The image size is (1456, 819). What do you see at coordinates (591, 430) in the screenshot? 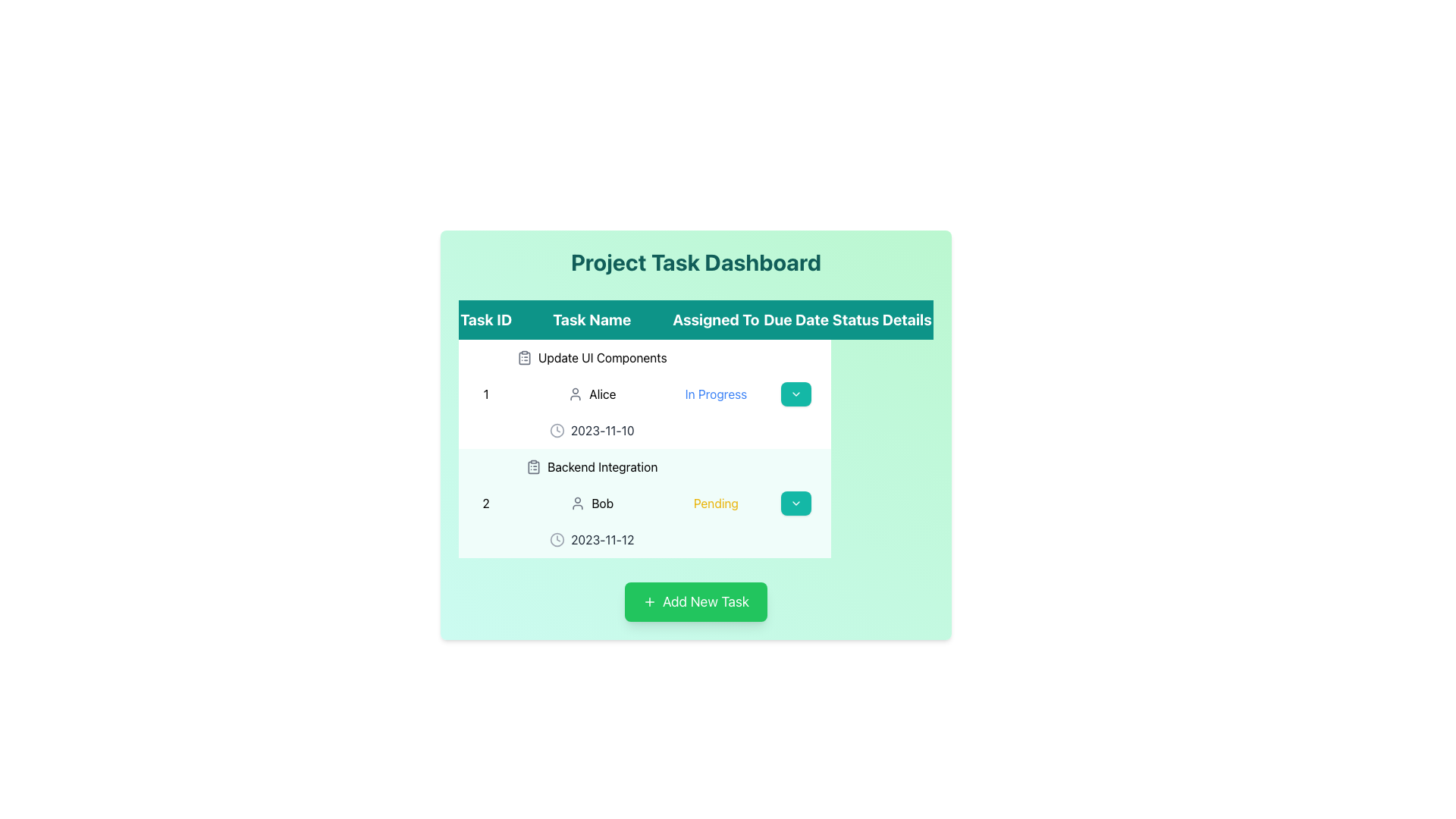
I see `the static text element indicating the due date for the task 'Update UI Components' in the 'Project Task Dashboard' table, located in the fourth column of the first data row` at bounding box center [591, 430].